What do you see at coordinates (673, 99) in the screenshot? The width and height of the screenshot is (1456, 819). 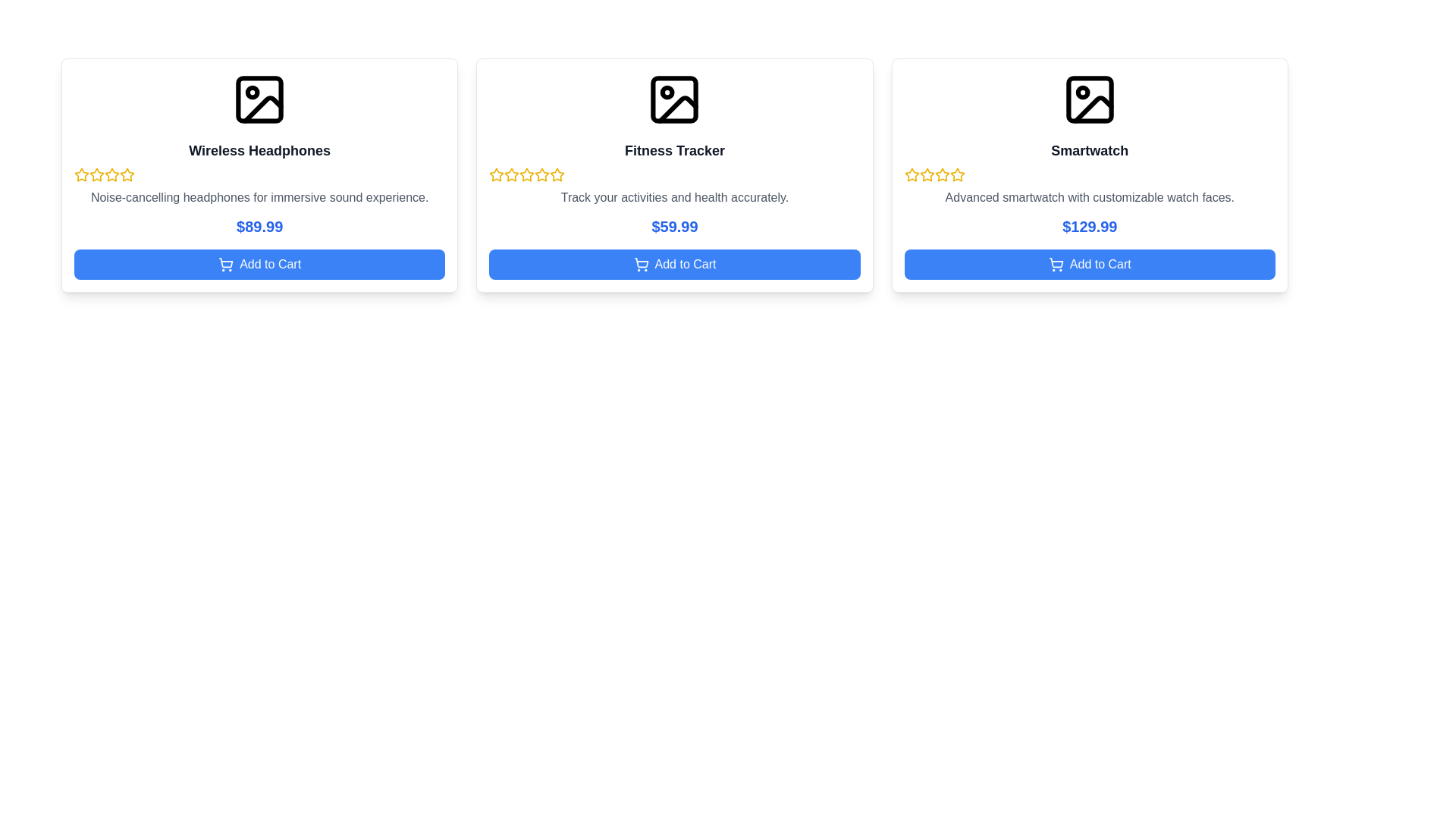 I see `the centered product placeholder icon representing a 'Fitness Tracker' within the middle card layout` at bounding box center [673, 99].